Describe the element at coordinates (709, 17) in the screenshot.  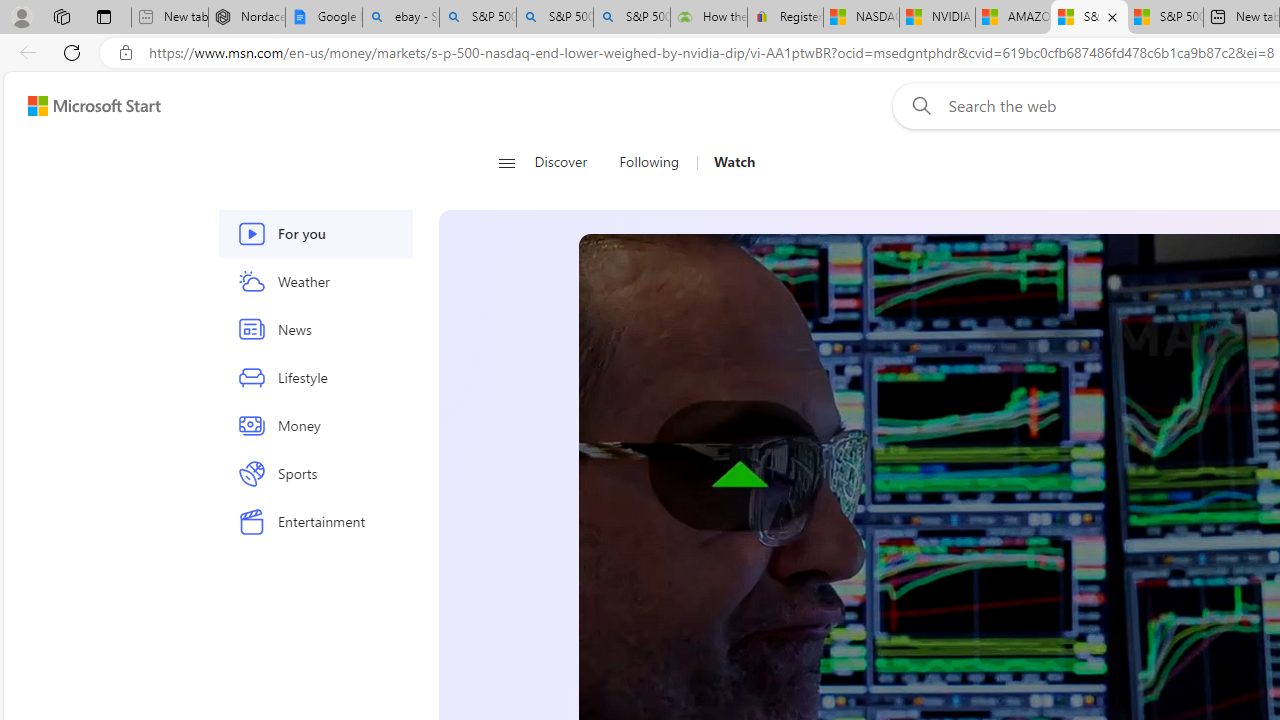
I see `'How the S&P 500 Performed During Major Market Crashes'` at that location.